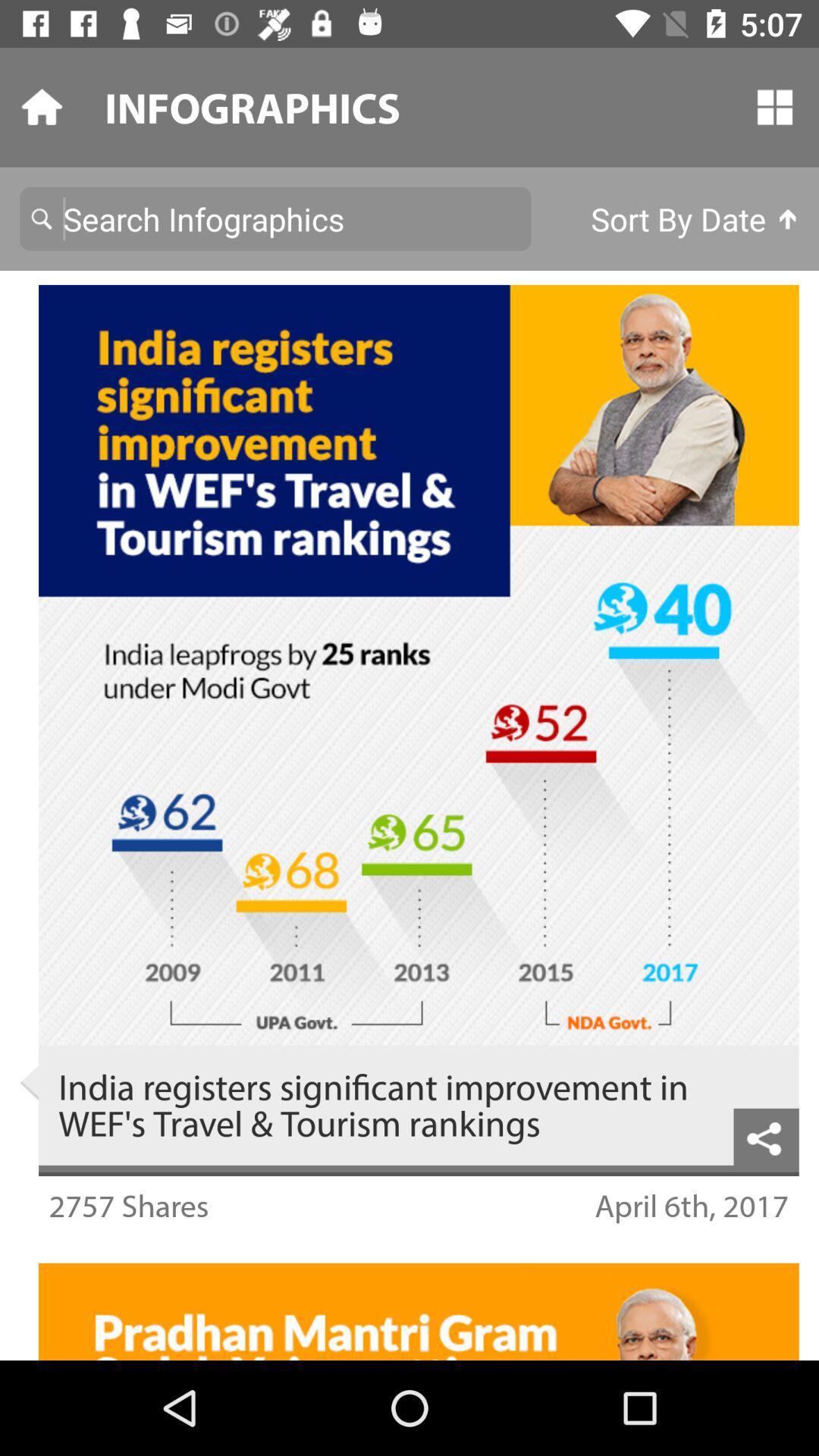 The height and width of the screenshot is (1456, 819). Describe the element at coordinates (127, 1204) in the screenshot. I see `the 2757 shares icon` at that location.